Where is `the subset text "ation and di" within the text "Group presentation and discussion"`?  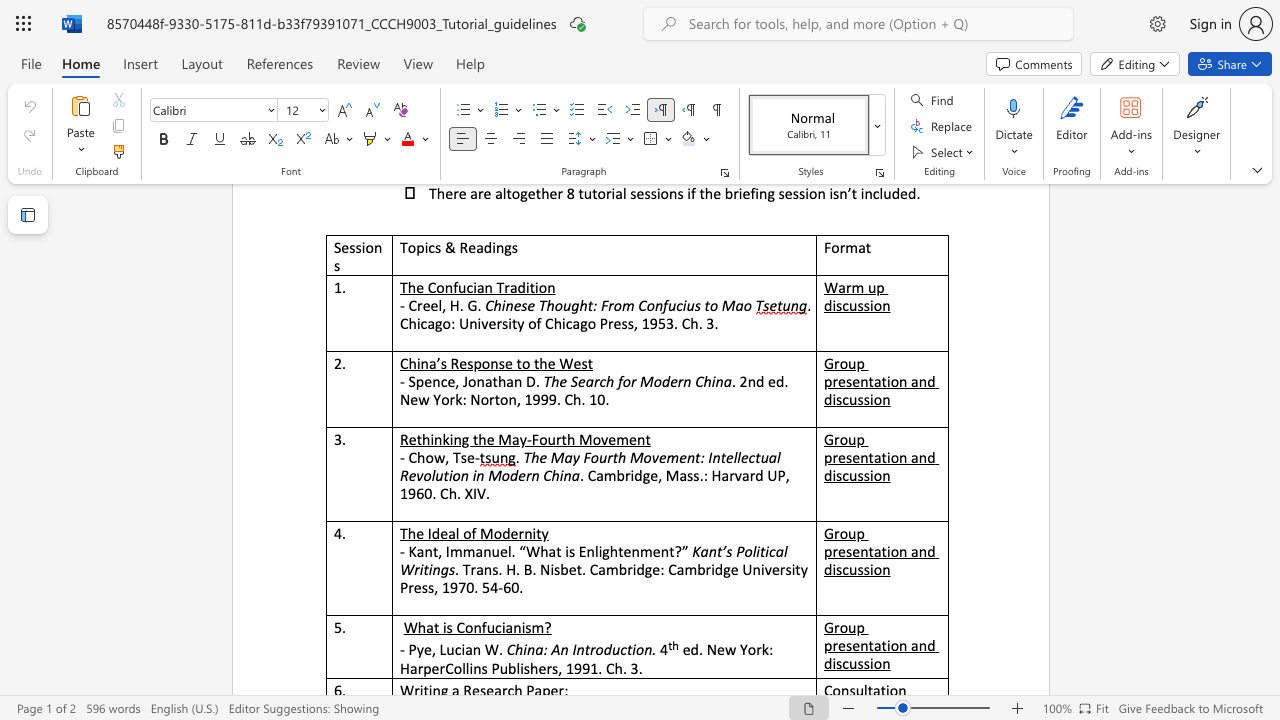 the subset text "ation and di" within the text "Group presentation and discussion" is located at coordinates (873, 551).